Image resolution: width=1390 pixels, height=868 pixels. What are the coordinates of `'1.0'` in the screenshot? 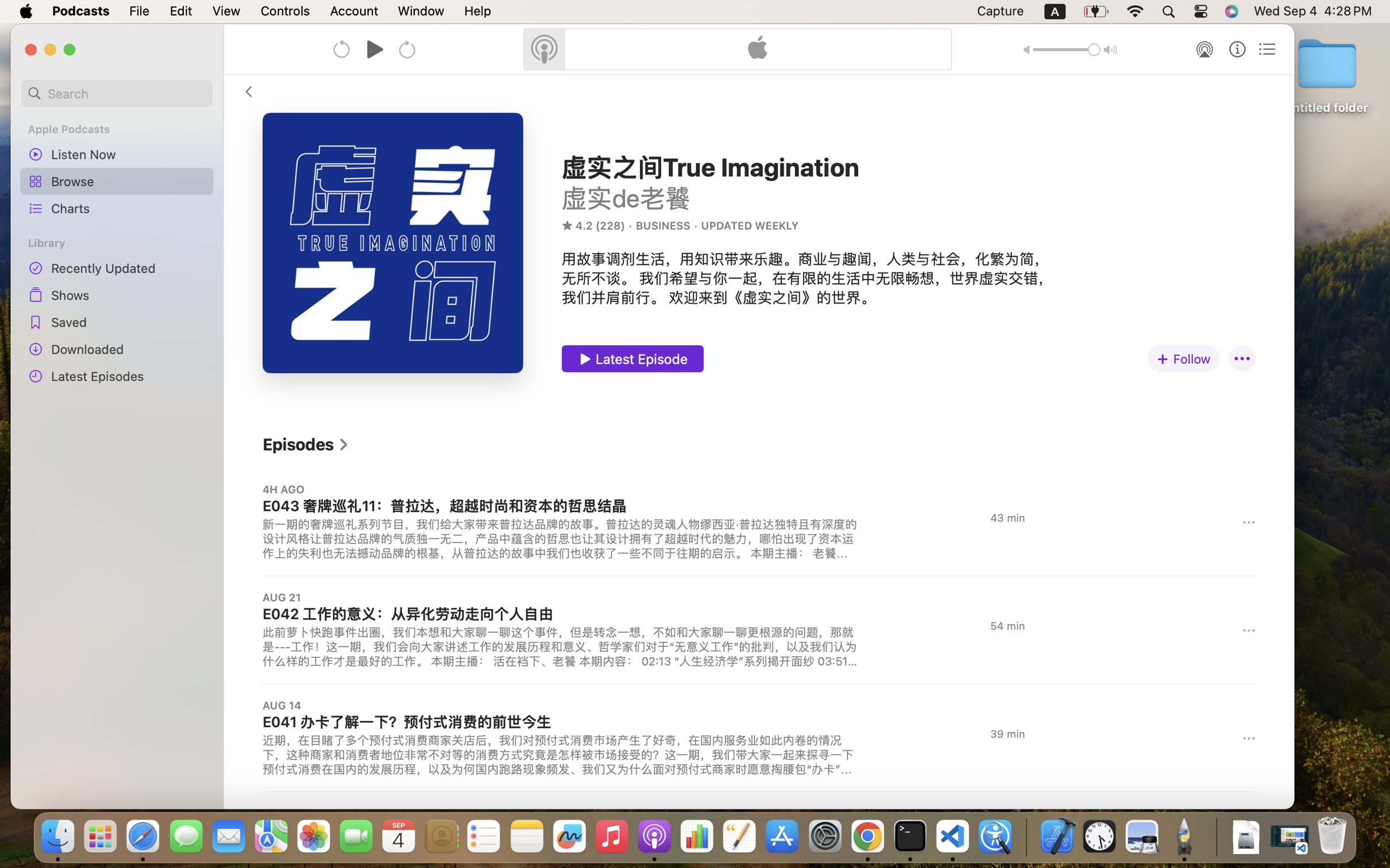 It's located at (1066, 49).